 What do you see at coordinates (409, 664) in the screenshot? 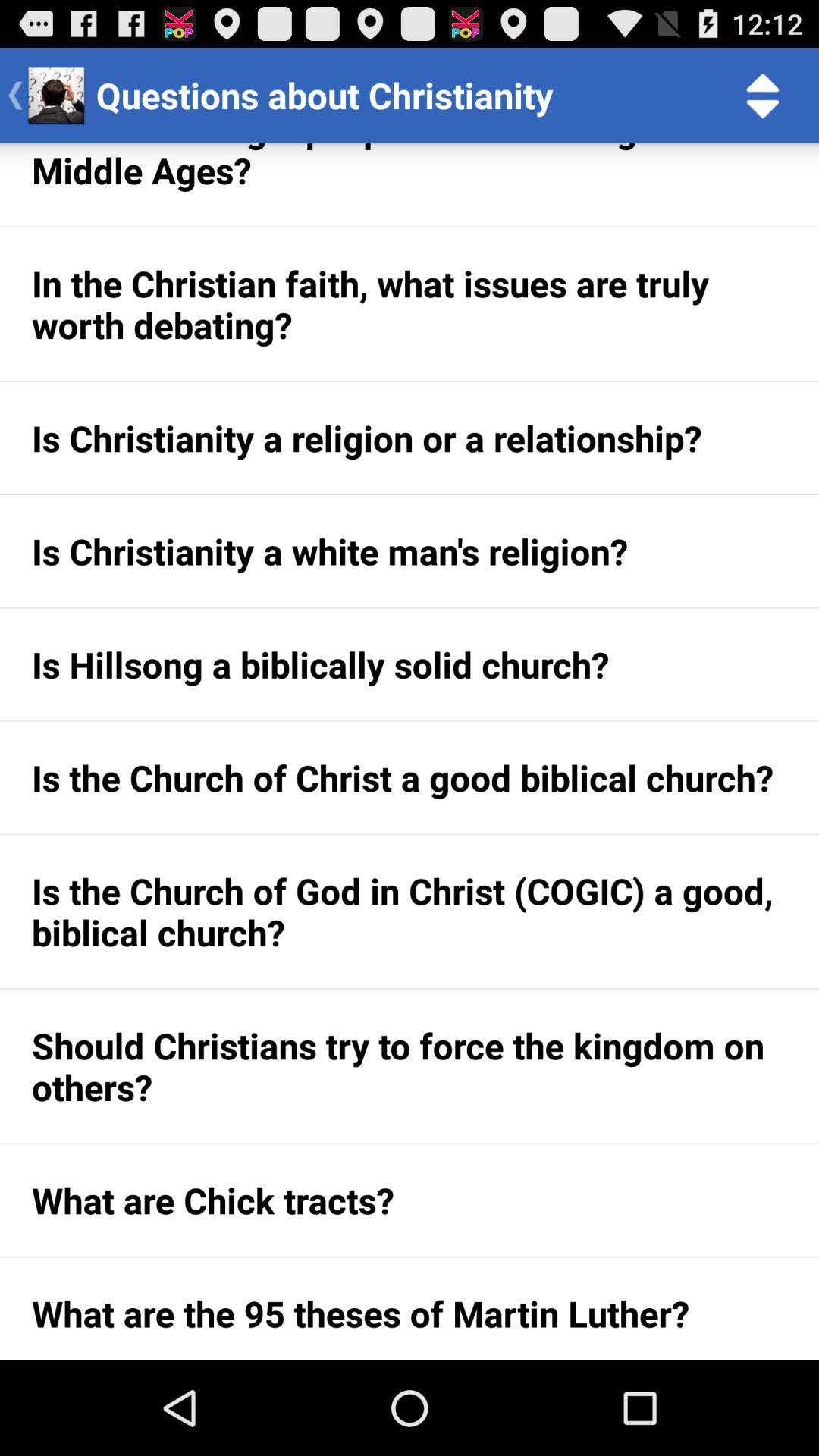
I see `the is hillsong a icon` at bounding box center [409, 664].